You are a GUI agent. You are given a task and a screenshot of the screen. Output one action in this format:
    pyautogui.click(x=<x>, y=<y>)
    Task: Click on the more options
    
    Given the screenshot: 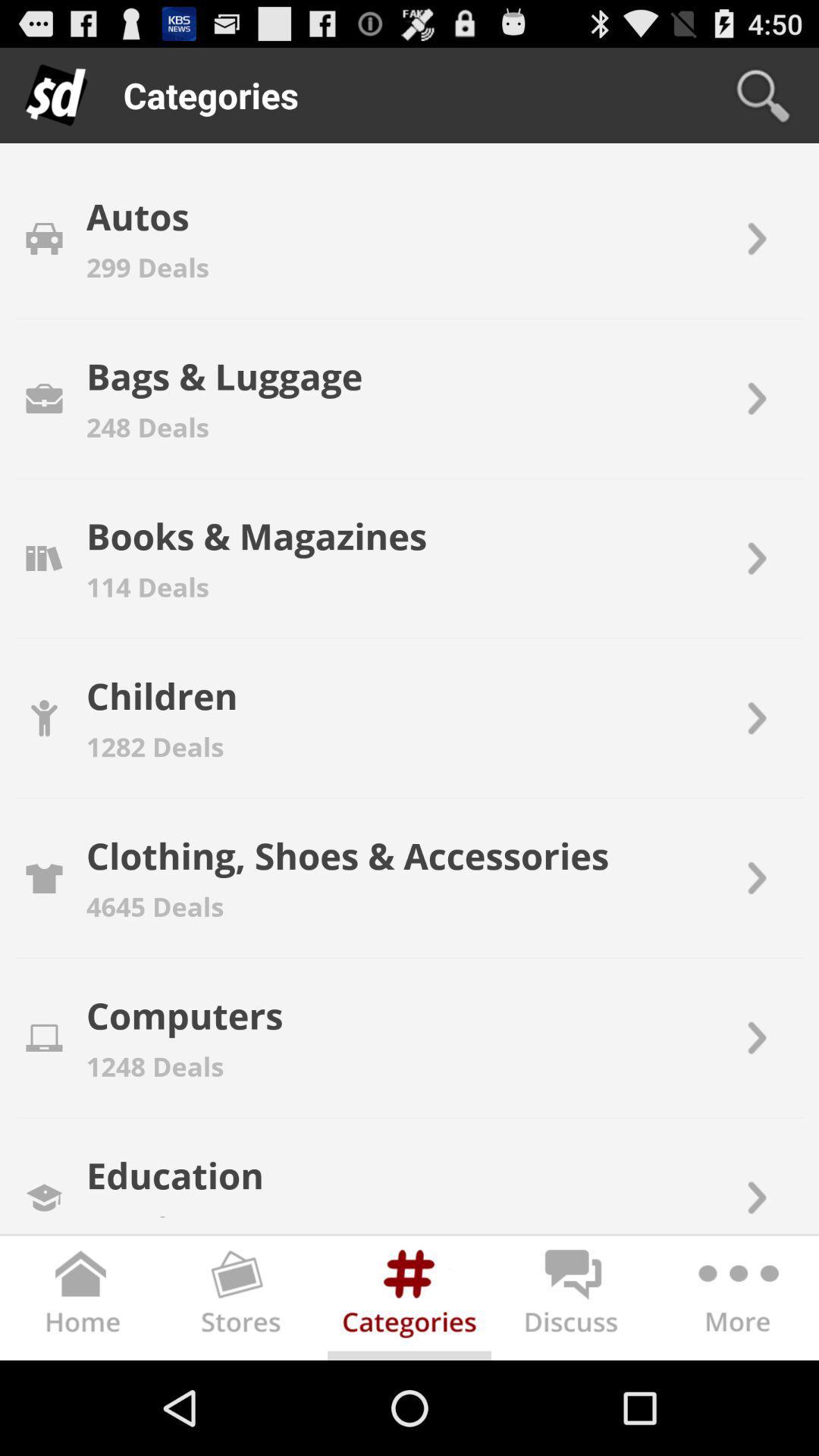 What is the action you would take?
    pyautogui.click(x=736, y=1300)
    